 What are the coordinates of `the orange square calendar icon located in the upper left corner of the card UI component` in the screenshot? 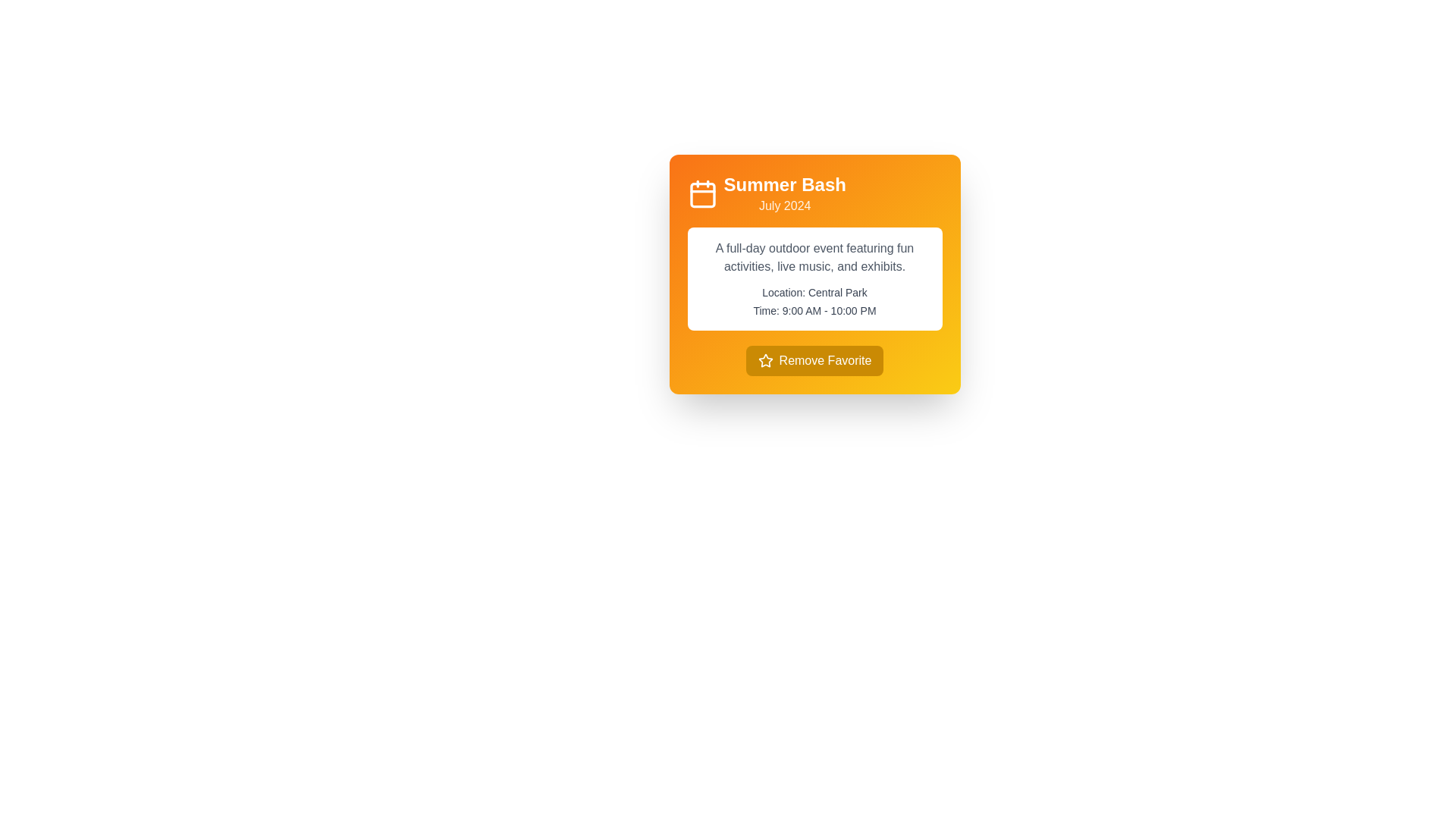 It's located at (701, 194).